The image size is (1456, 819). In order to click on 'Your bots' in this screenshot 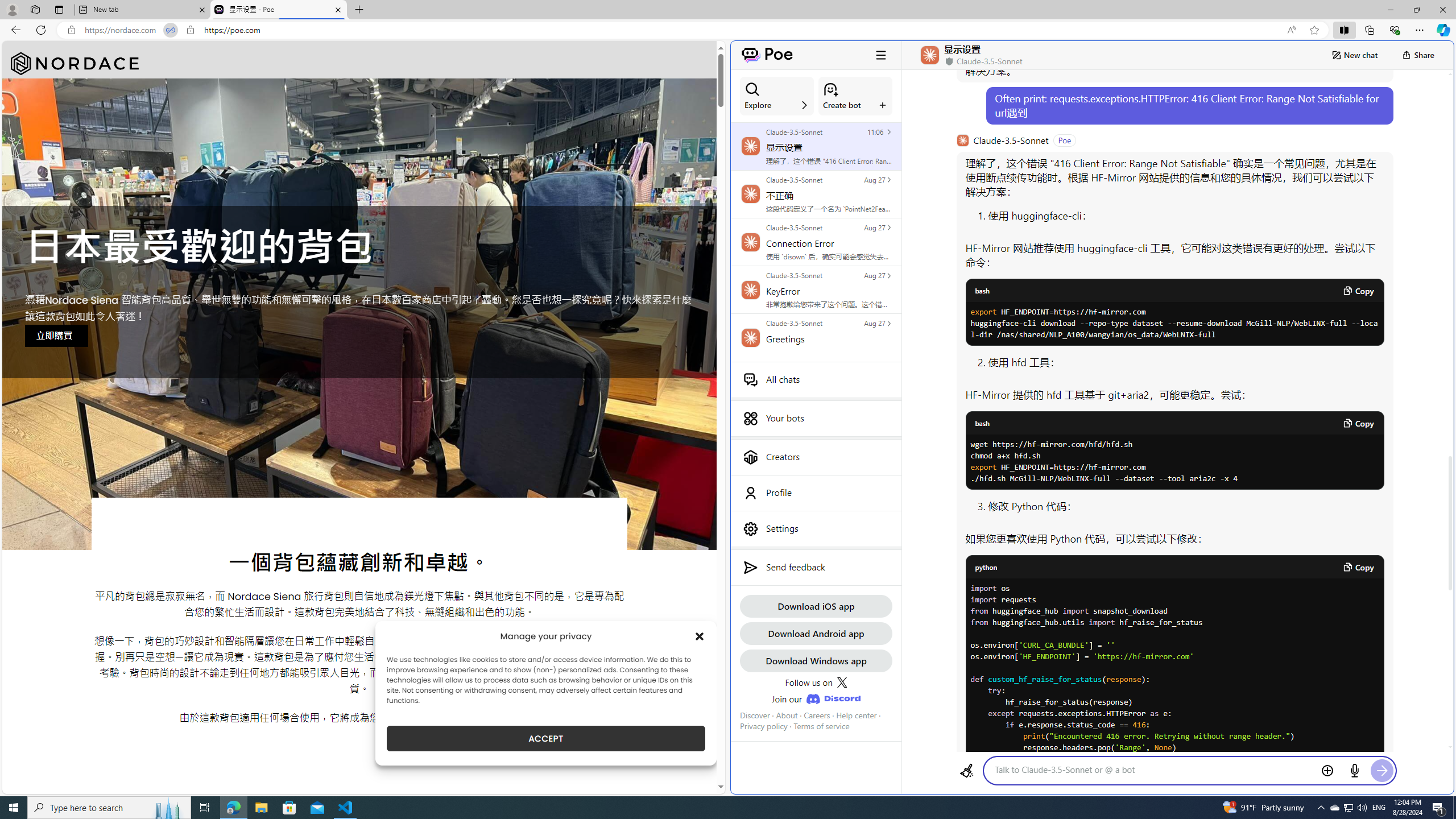, I will do `click(816, 418)`.